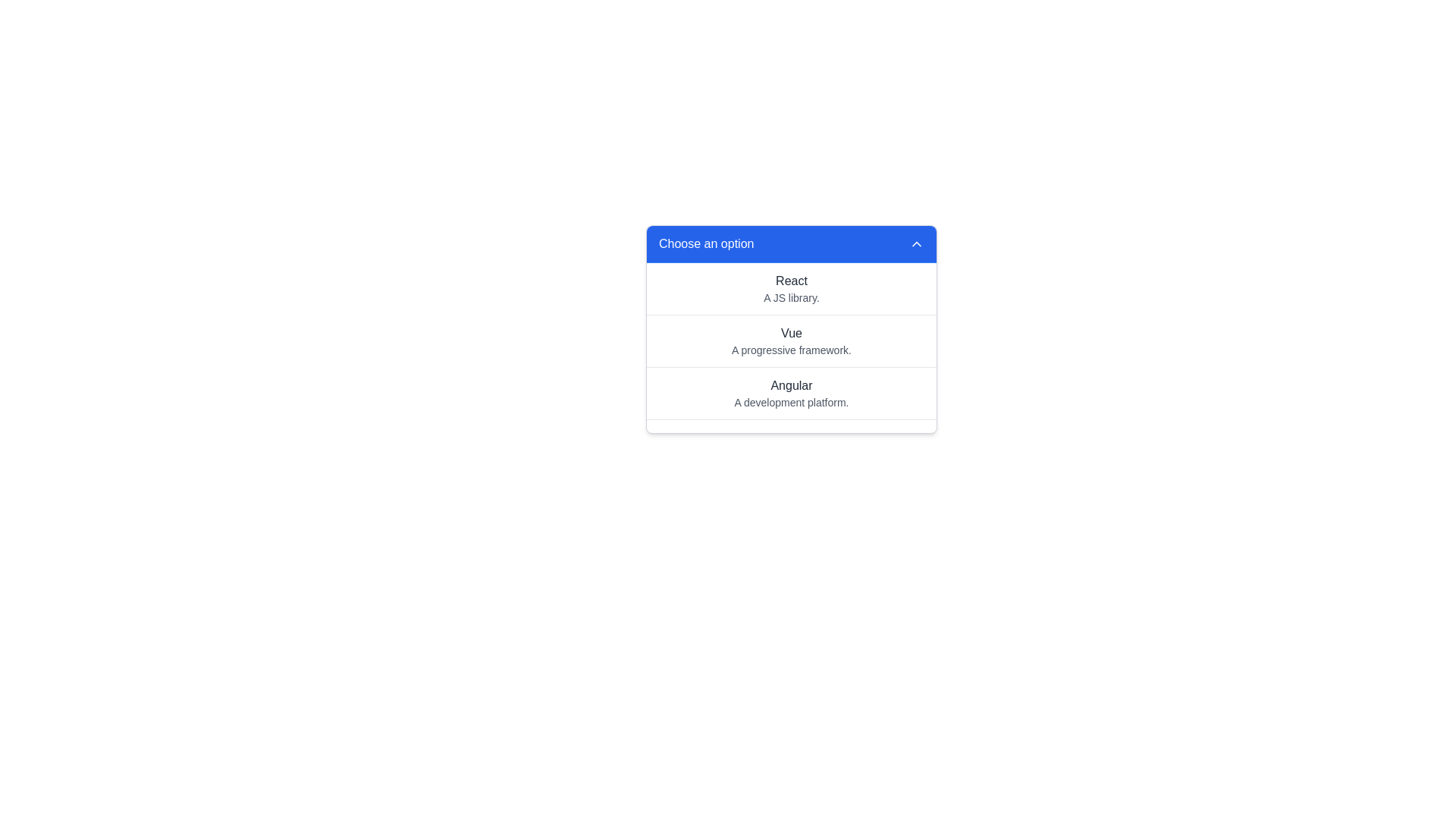  Describe the element at coordinates (790, 281) in the screenshot. I see `the 'React' text label within the dropdown menu titled 'Choose an option'` at that location.